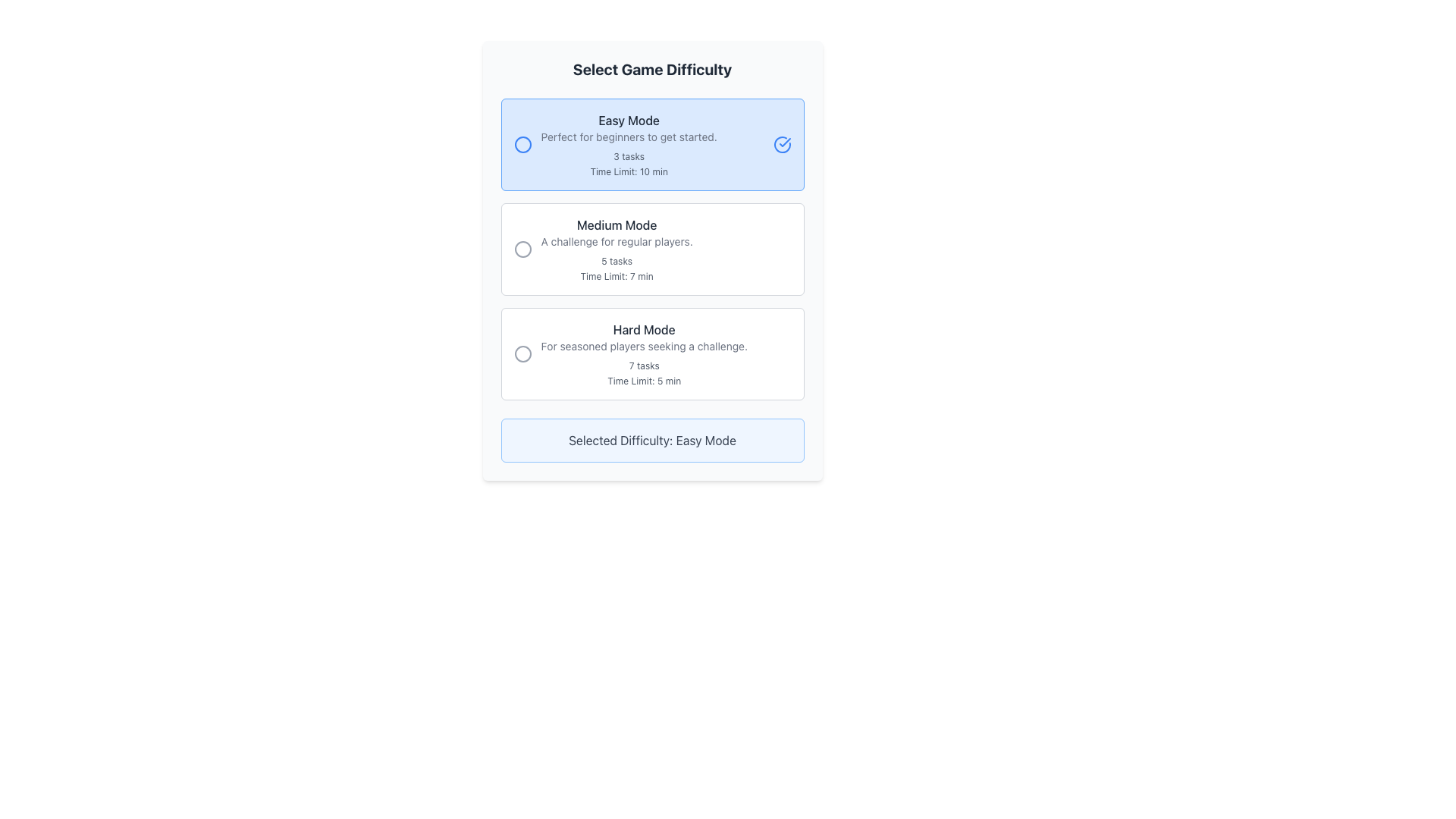 The width and height of the screenshot is (1456, 819). I want to click on the Text Label that informs the user about the number of tasks associated with 'Easy Mode', so click(629, 157).